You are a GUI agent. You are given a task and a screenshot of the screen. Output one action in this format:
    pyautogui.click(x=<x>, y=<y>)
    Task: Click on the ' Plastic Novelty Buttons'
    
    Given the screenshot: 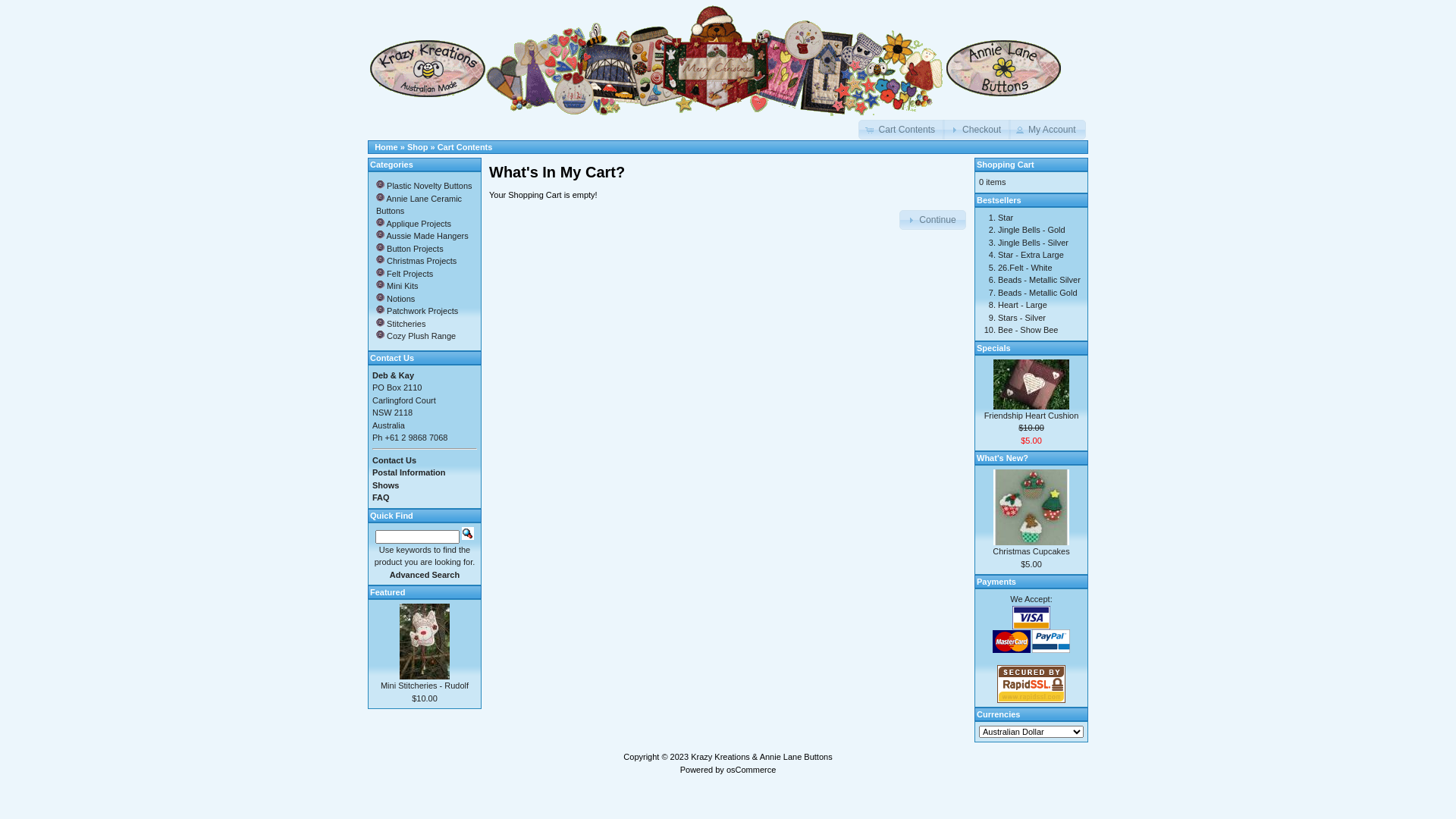 What is the action you would take?
    pyautogui.click(x=424, y=185)
    